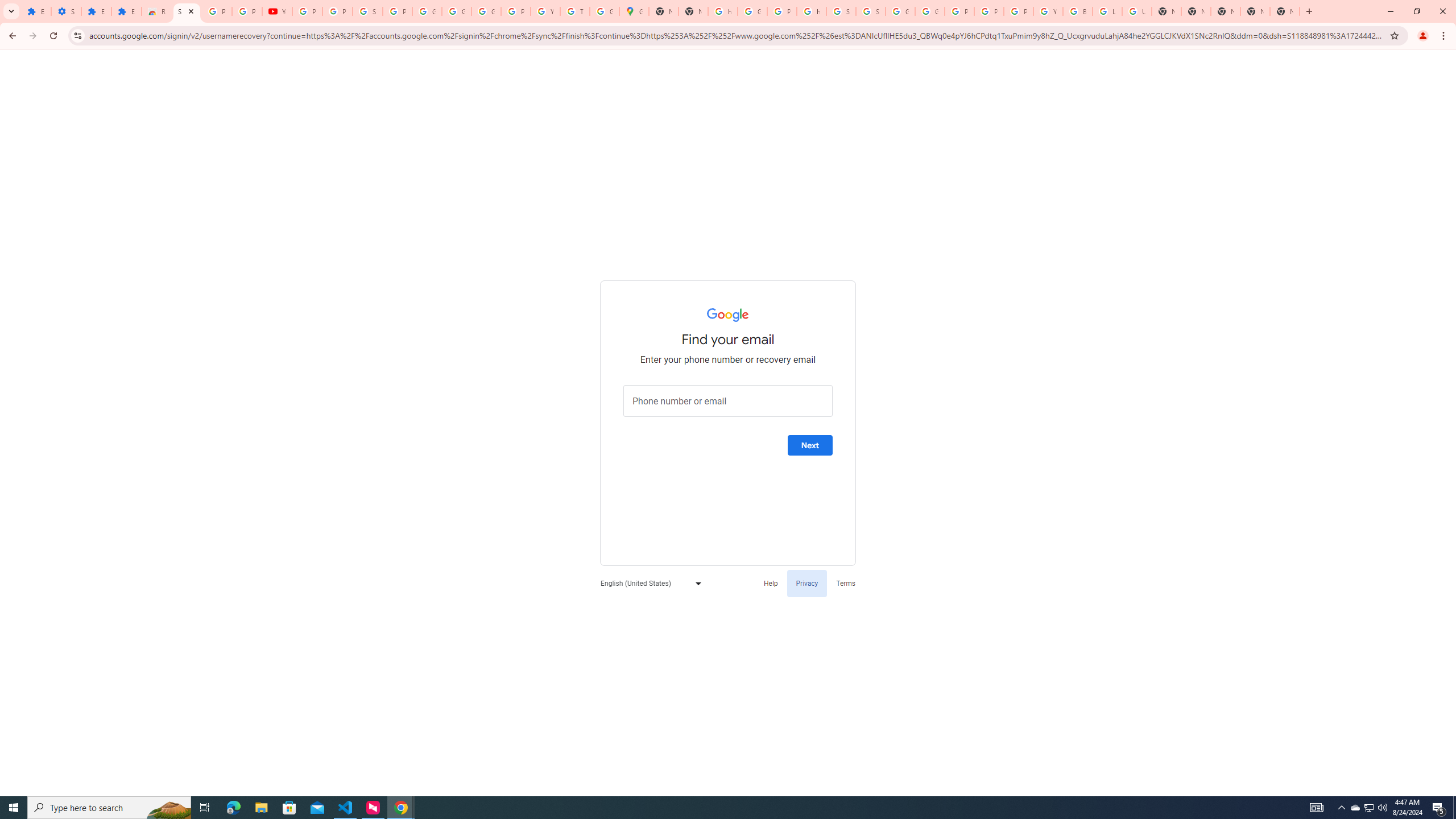 This screenshot has width=1456, height=819. I want to click on 'Sign in - Google Accounts', so click(185, 11).